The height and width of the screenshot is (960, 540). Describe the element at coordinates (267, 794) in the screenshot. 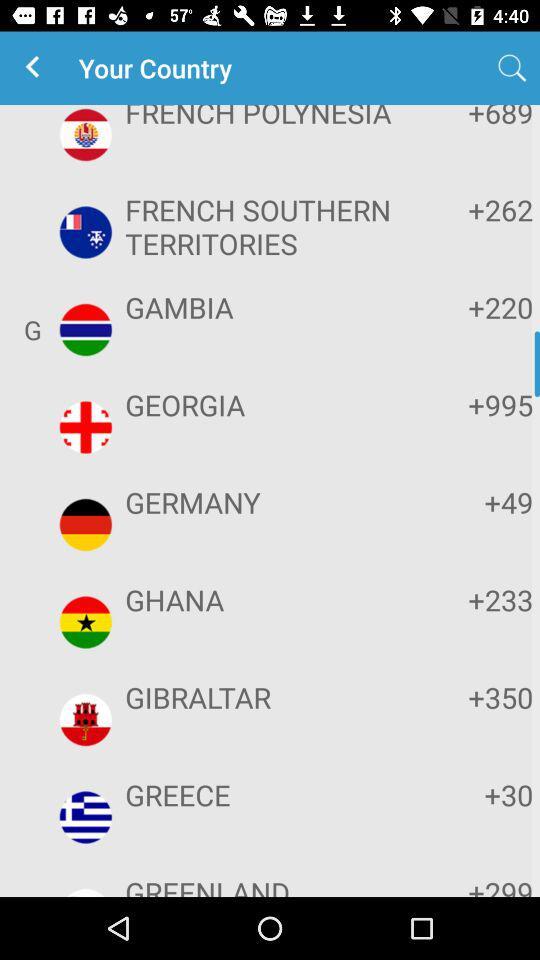

I see `the icon below the gibraltar item` at that location.